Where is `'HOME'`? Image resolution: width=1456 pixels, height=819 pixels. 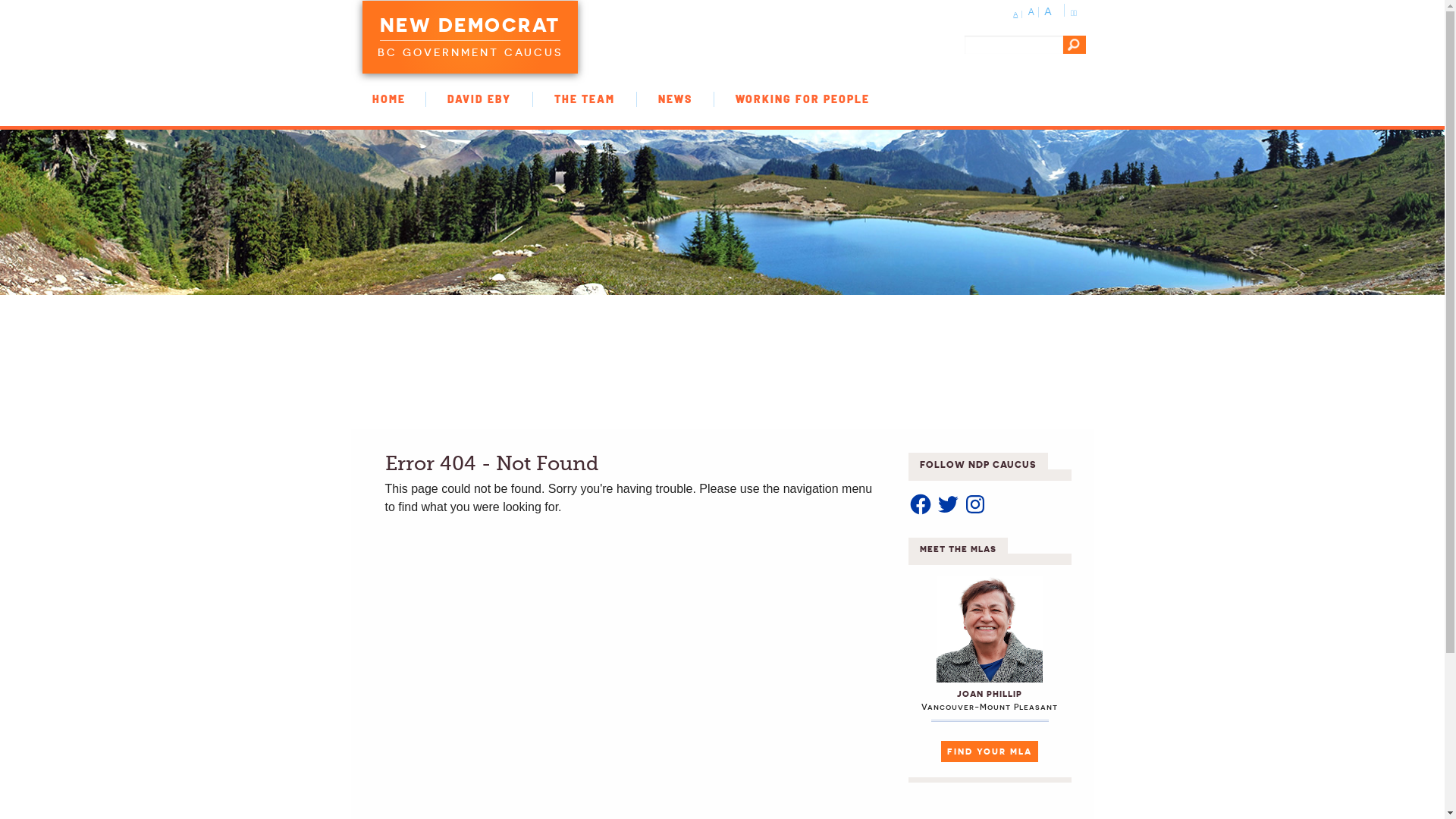
'HOME' is located at coordinates (349, 99).